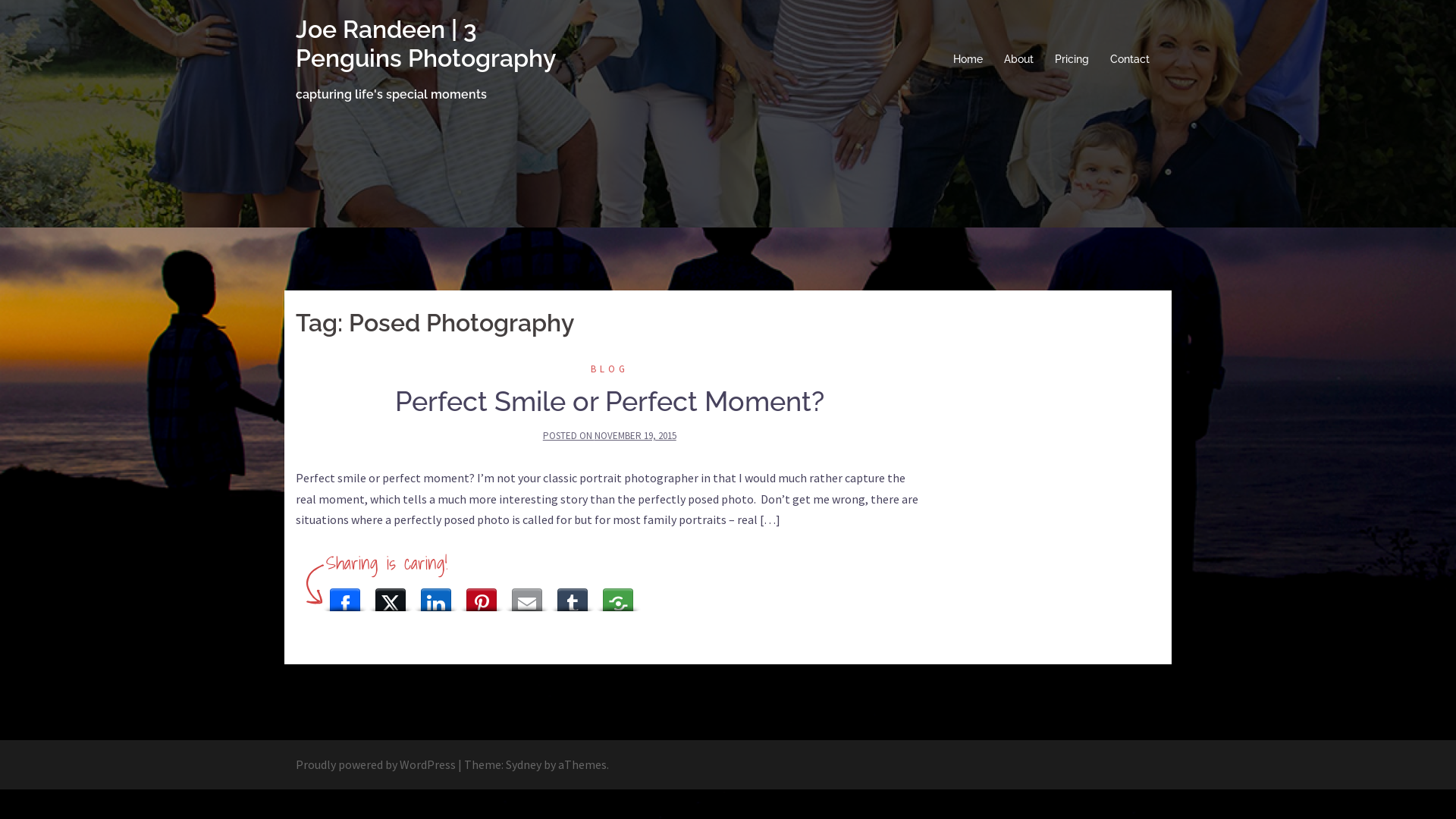 The height and width of the screenshot is (819, 1456). What do you see at coordinates (0, 0) in the screenshot?
I see `'Skip to content'` at bounding box center [0, 0].